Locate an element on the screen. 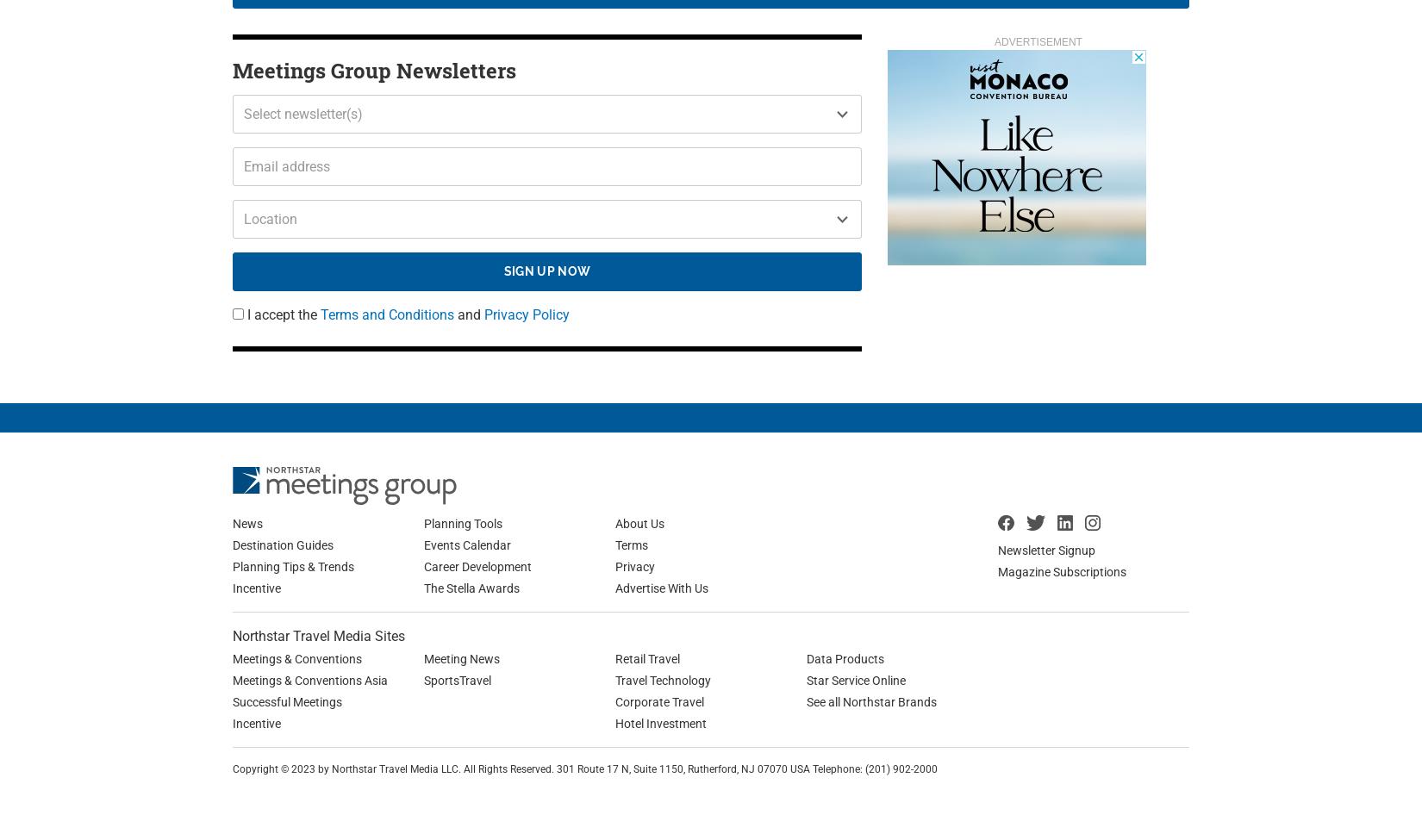 The image size is (1422, 840). 'Star Service Online' is located at coordinates (856, 679).